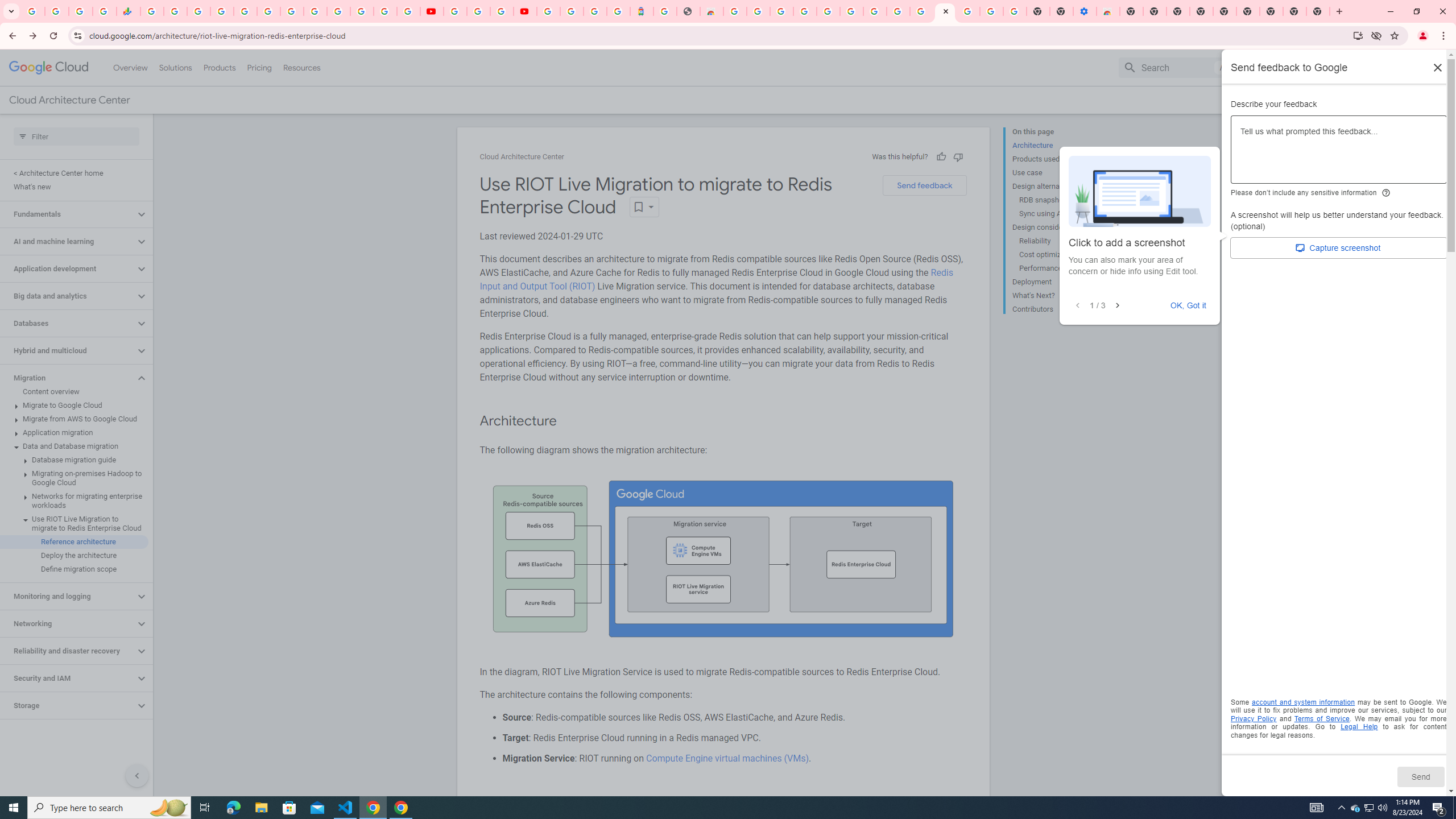 Image resolution: width=1456 pixels, height=819 pixels. Describe the element at coordinates (67, 213) in the screenshot. I see `'Fundamentals'` at that location.